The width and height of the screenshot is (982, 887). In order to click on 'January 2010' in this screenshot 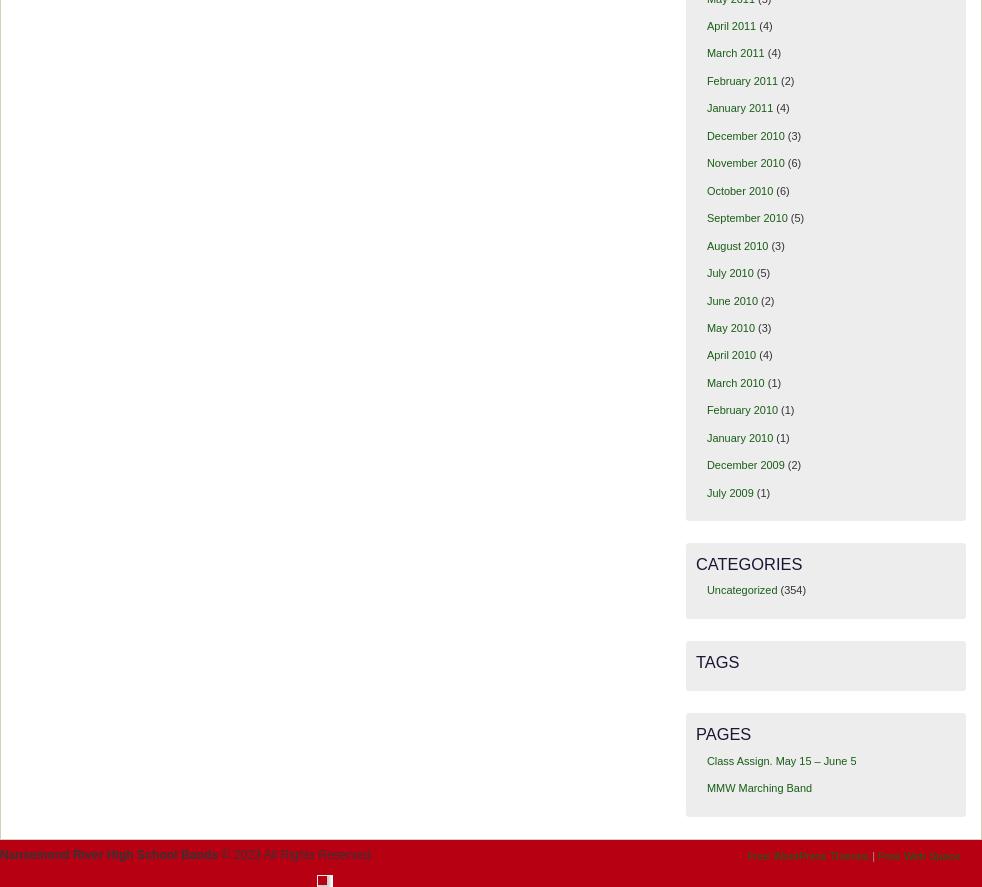, I will do `click(739, 437)`.